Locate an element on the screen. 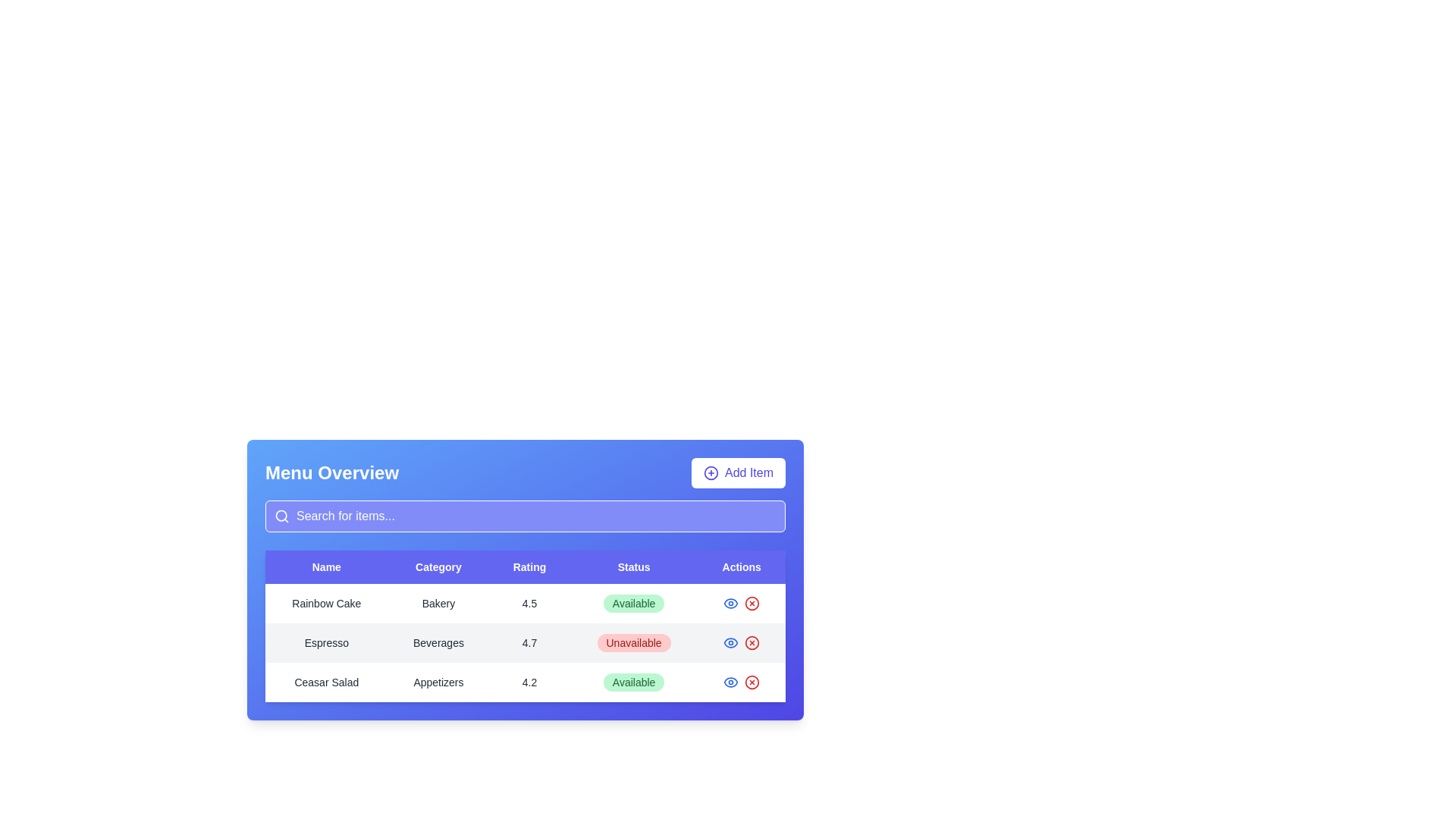 The height and width of the screenshot is (819, 1456). the Label/Text indicating the category of the item in the second column of the first row of the table, which follows 'Name' column with 'Rainbow Cake' and precedes the 'Rating' column with '4.5' is located at coordinates (438, 602).